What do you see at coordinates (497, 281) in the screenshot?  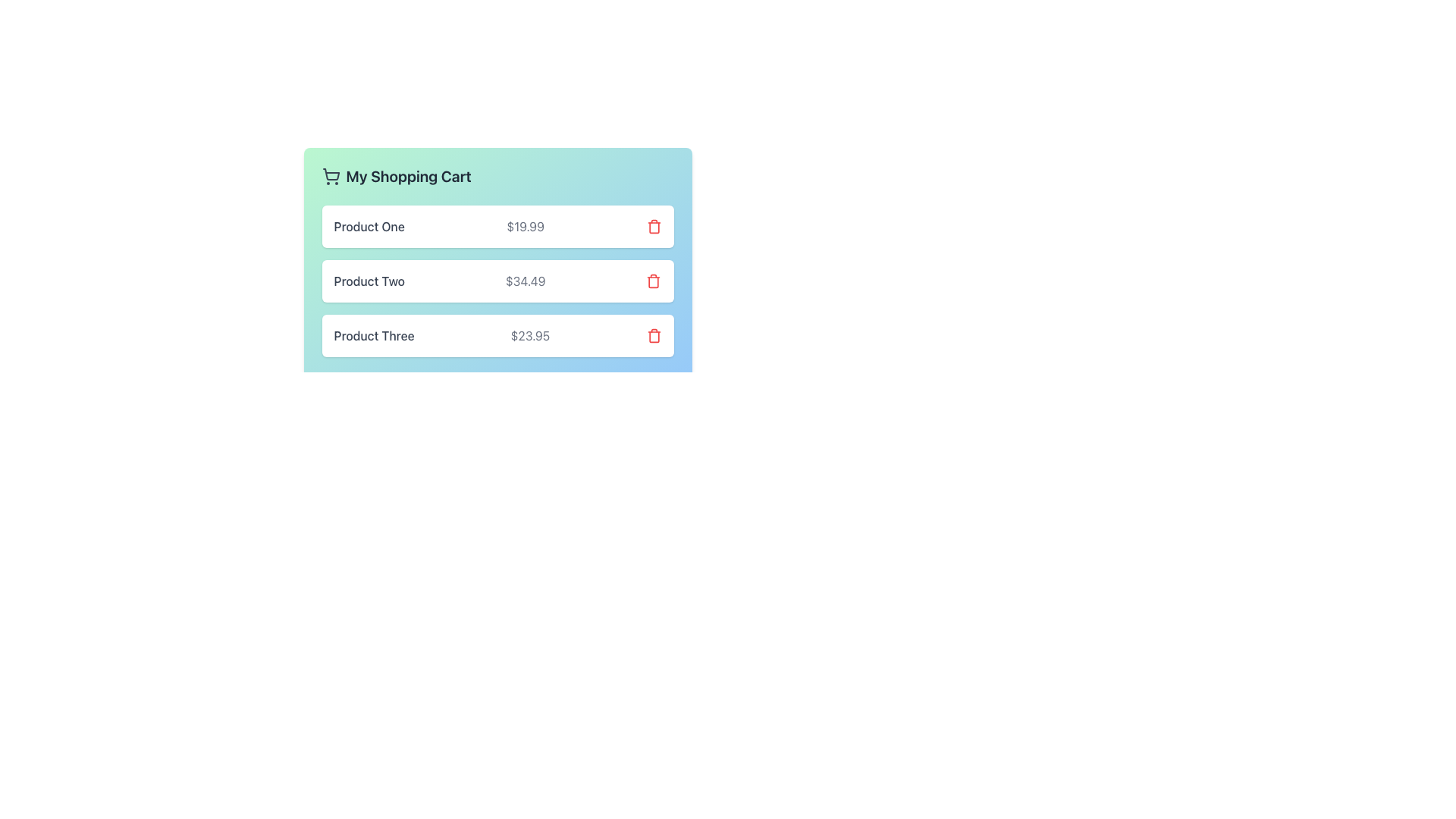 I see `to select the second item in the vertical list of products within the shopping cart interface, located below 'My Shopping Cart' and above 'Proceed to Checkout'` at bounding box center [497, 281].